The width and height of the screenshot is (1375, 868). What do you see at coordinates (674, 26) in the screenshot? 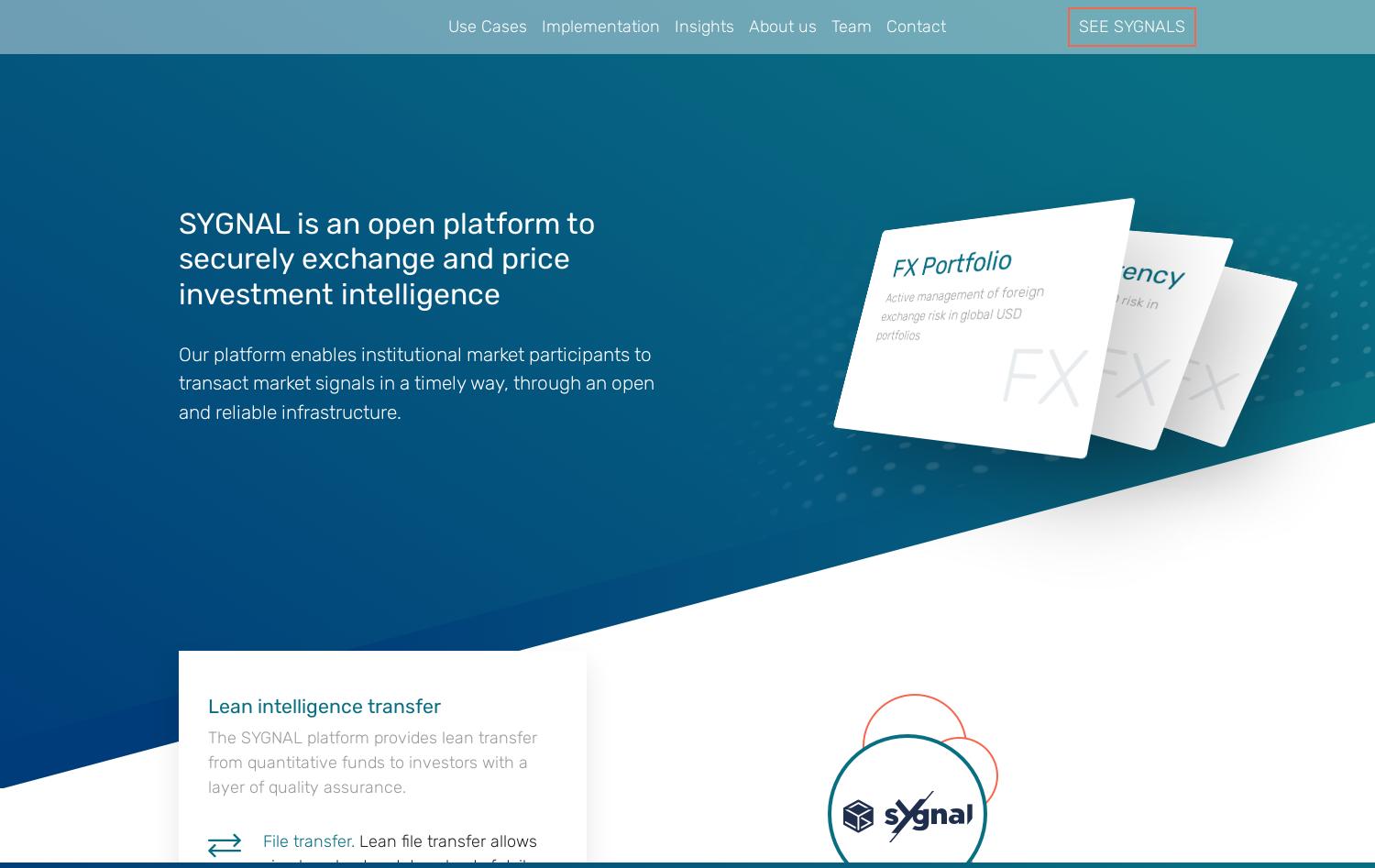
I see `'Insights'` at bounding box center [674, 26].